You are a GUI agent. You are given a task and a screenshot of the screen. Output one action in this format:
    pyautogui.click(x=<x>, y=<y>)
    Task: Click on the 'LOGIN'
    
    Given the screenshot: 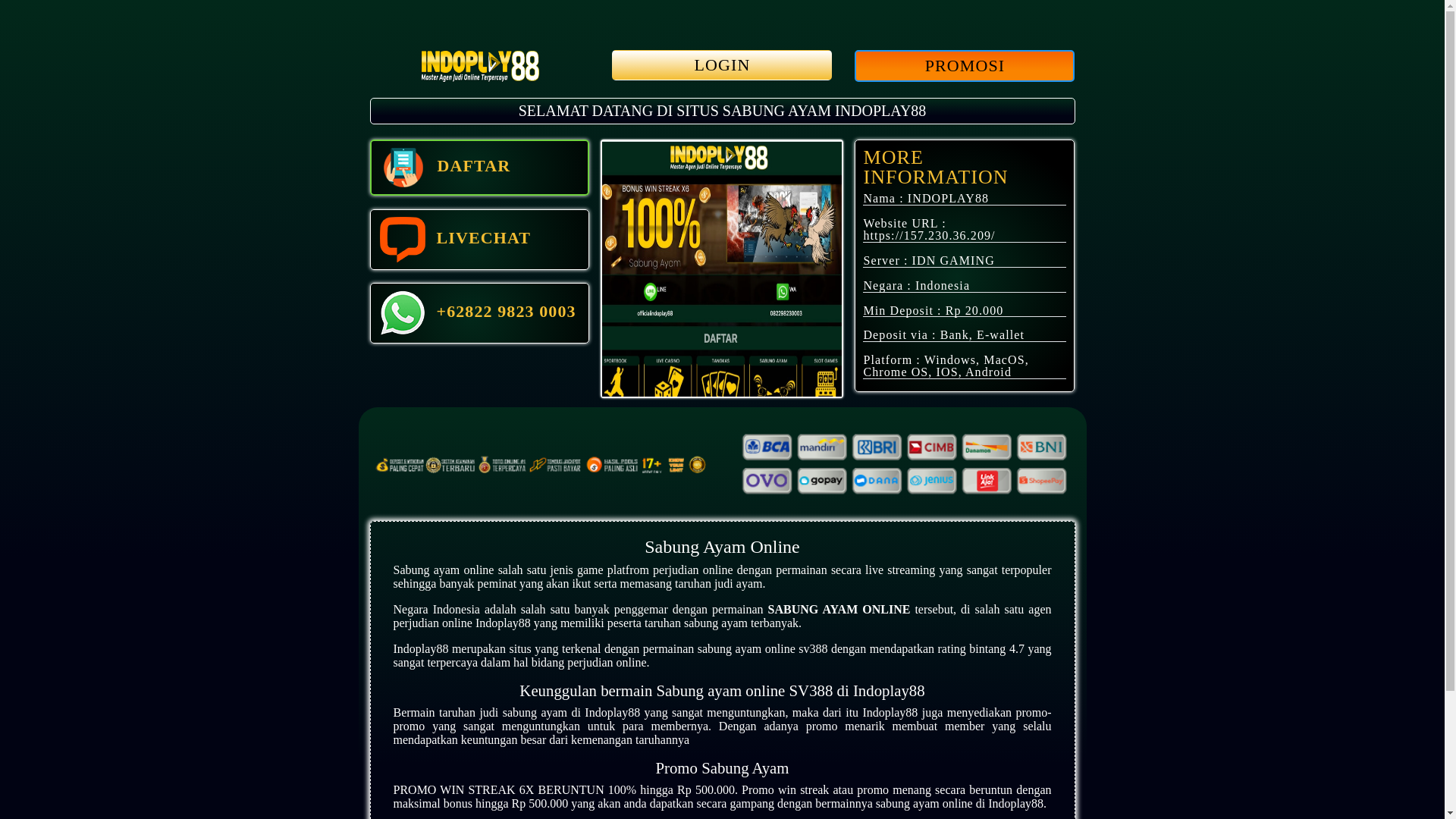 What is the action you would take?
    pyautogui.click(x=720, y=64)
    